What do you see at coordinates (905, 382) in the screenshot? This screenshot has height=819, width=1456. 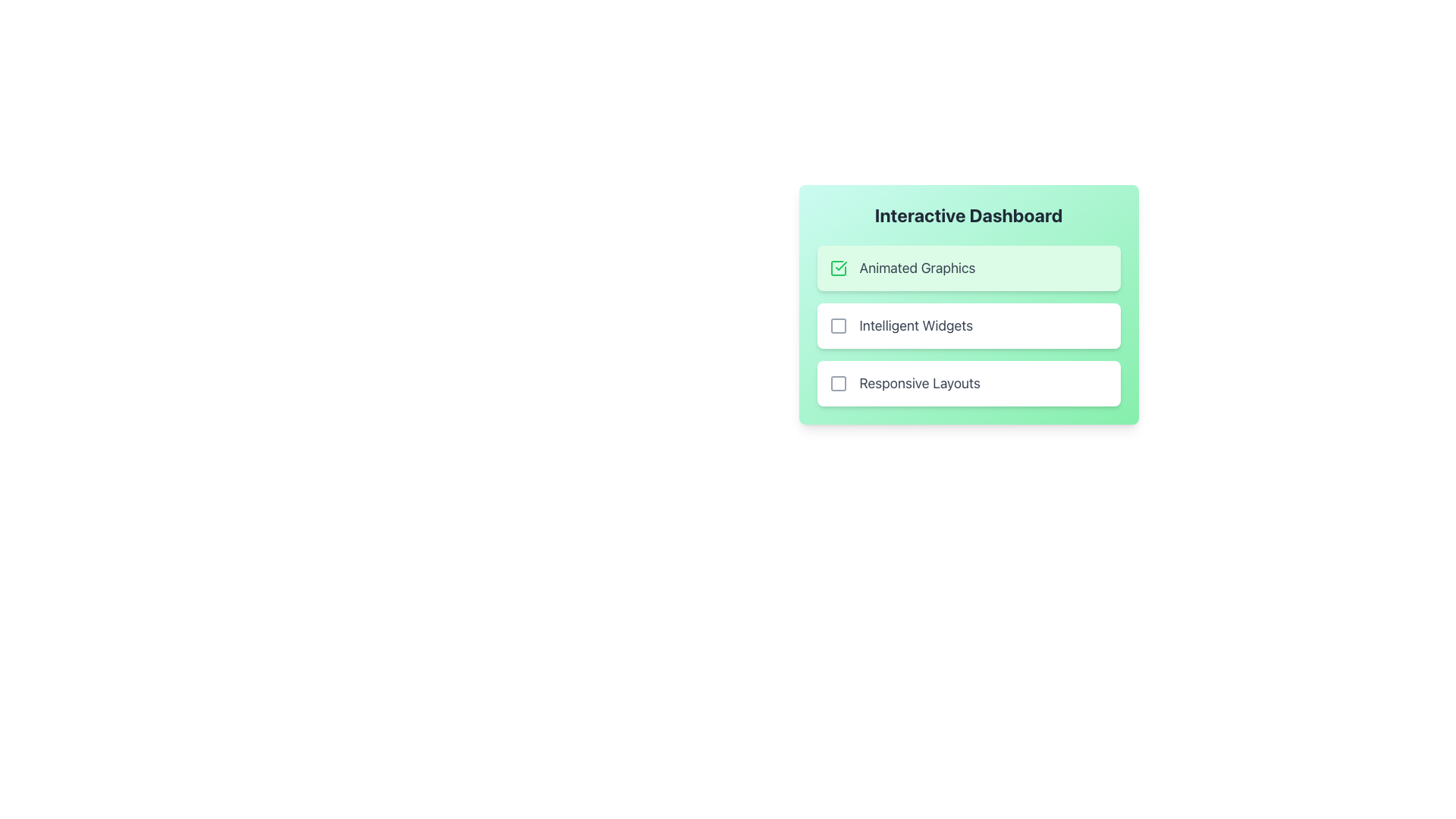 I see `the label of the third checkbox option in the 'Interactive Dashboard' card` at bounding box center [905, 382].